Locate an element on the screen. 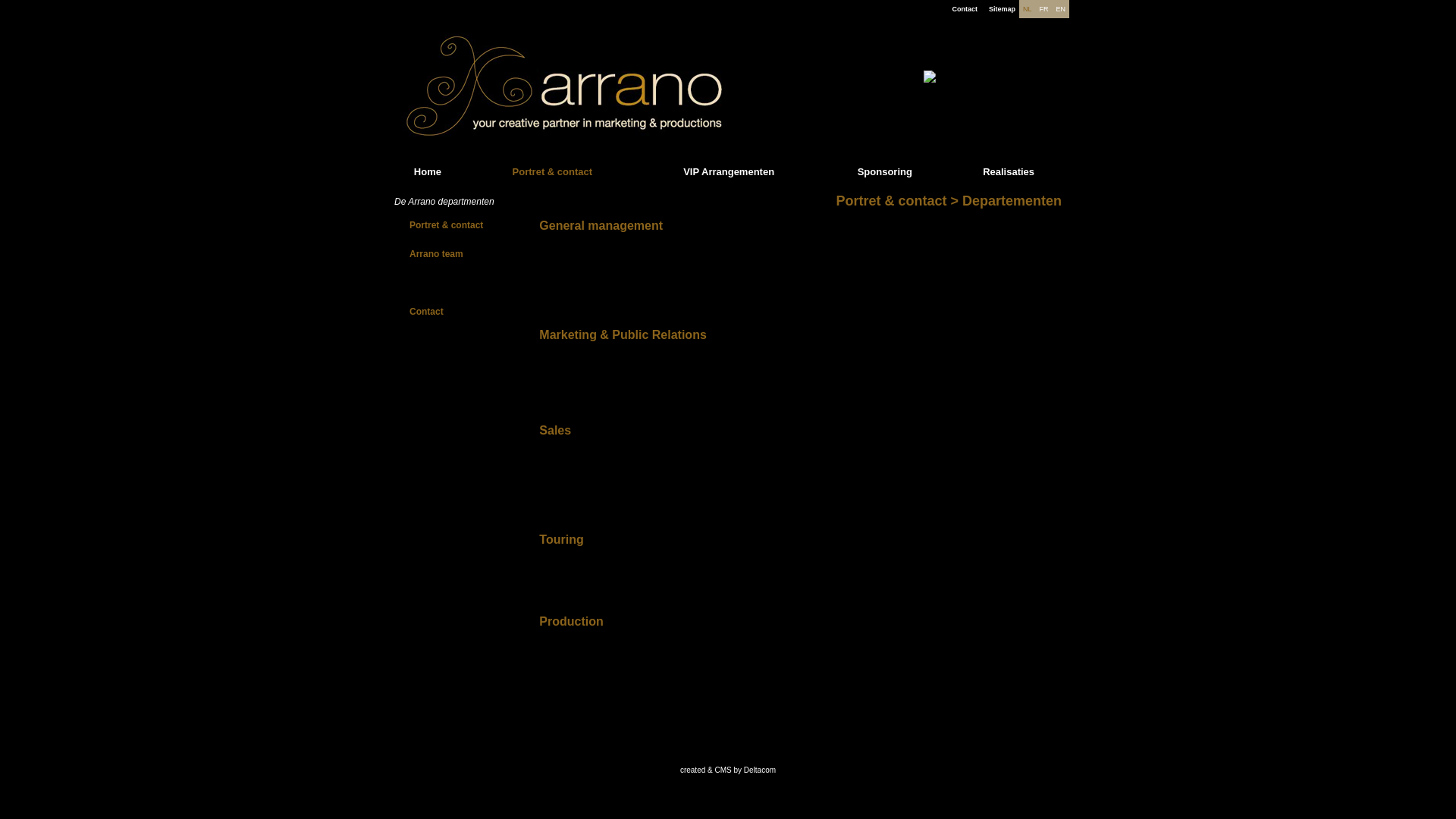 The width and height of the screenshot is (1456, 819). 'Arrano team' is located at coordinates (409, 253).